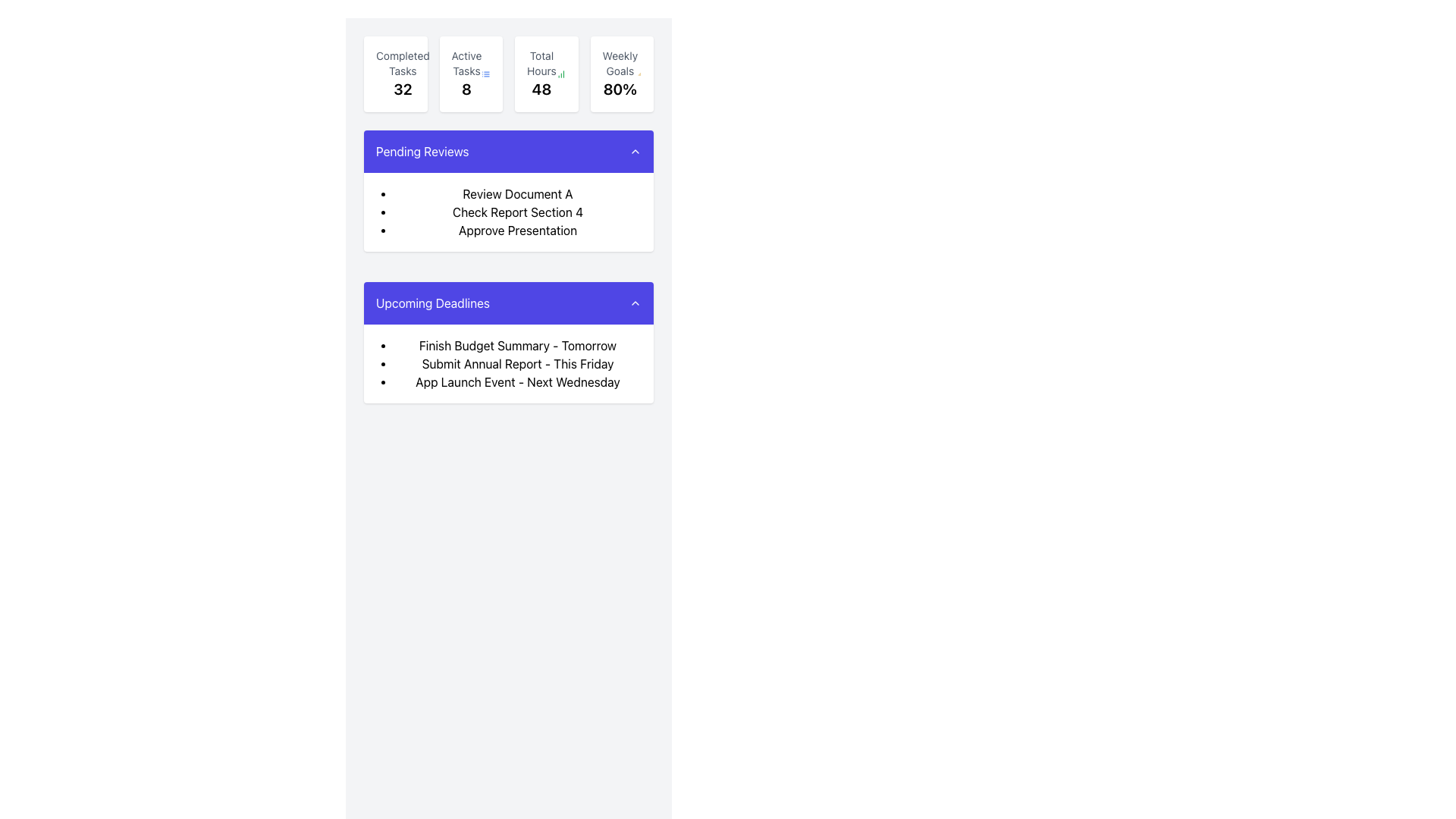  I want to click on the Informational Text Block displaying 'Total Hours' and the number '48' in a white card with rounded corners, located in the top center portion of the interface, so click(541, 74).